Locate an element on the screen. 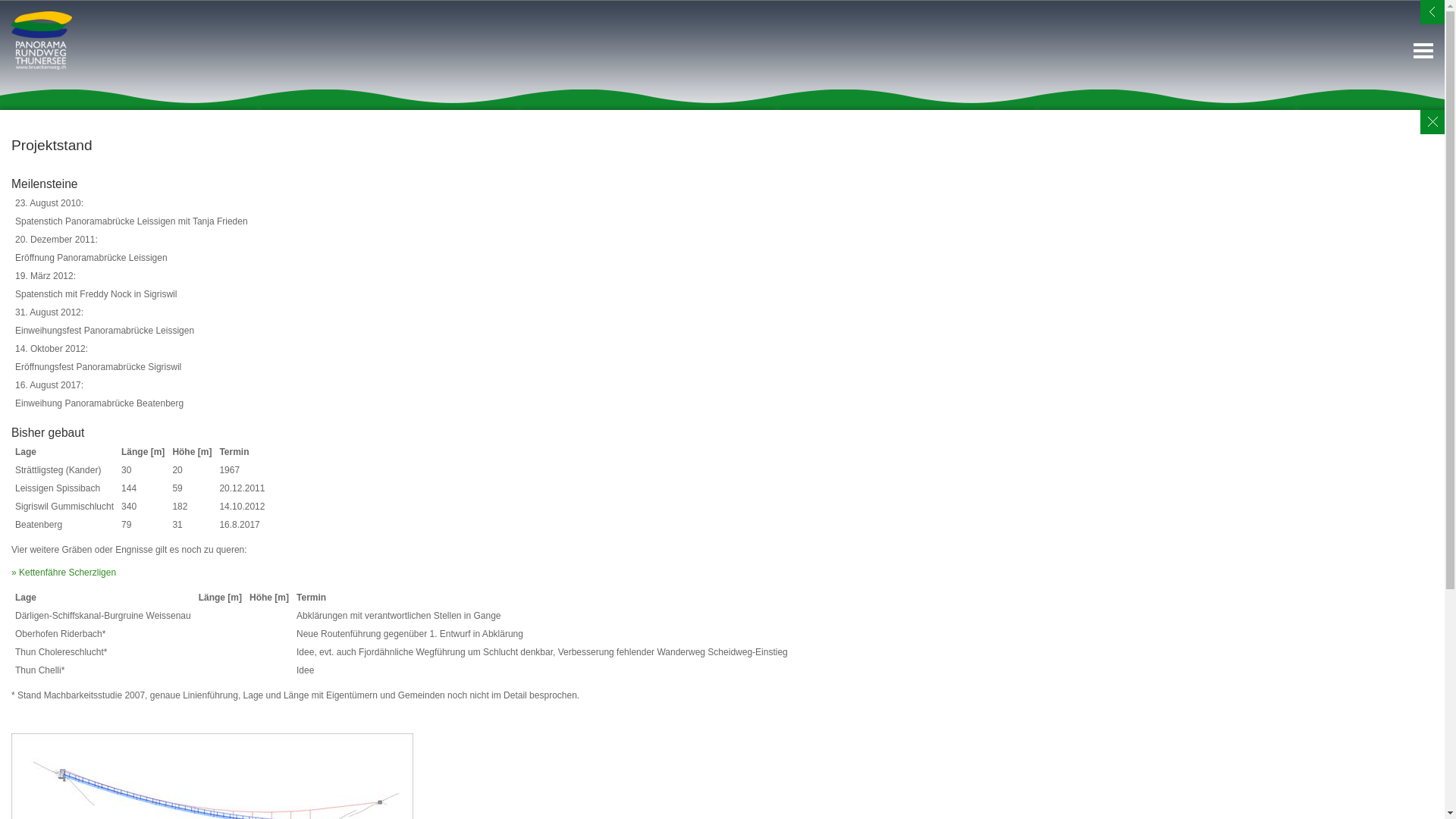 Image resolution: width=1456 pixels, height=819 pixels. 'Verein Panorama Rundweg Thunersee' is located at coordinates (41, 39).